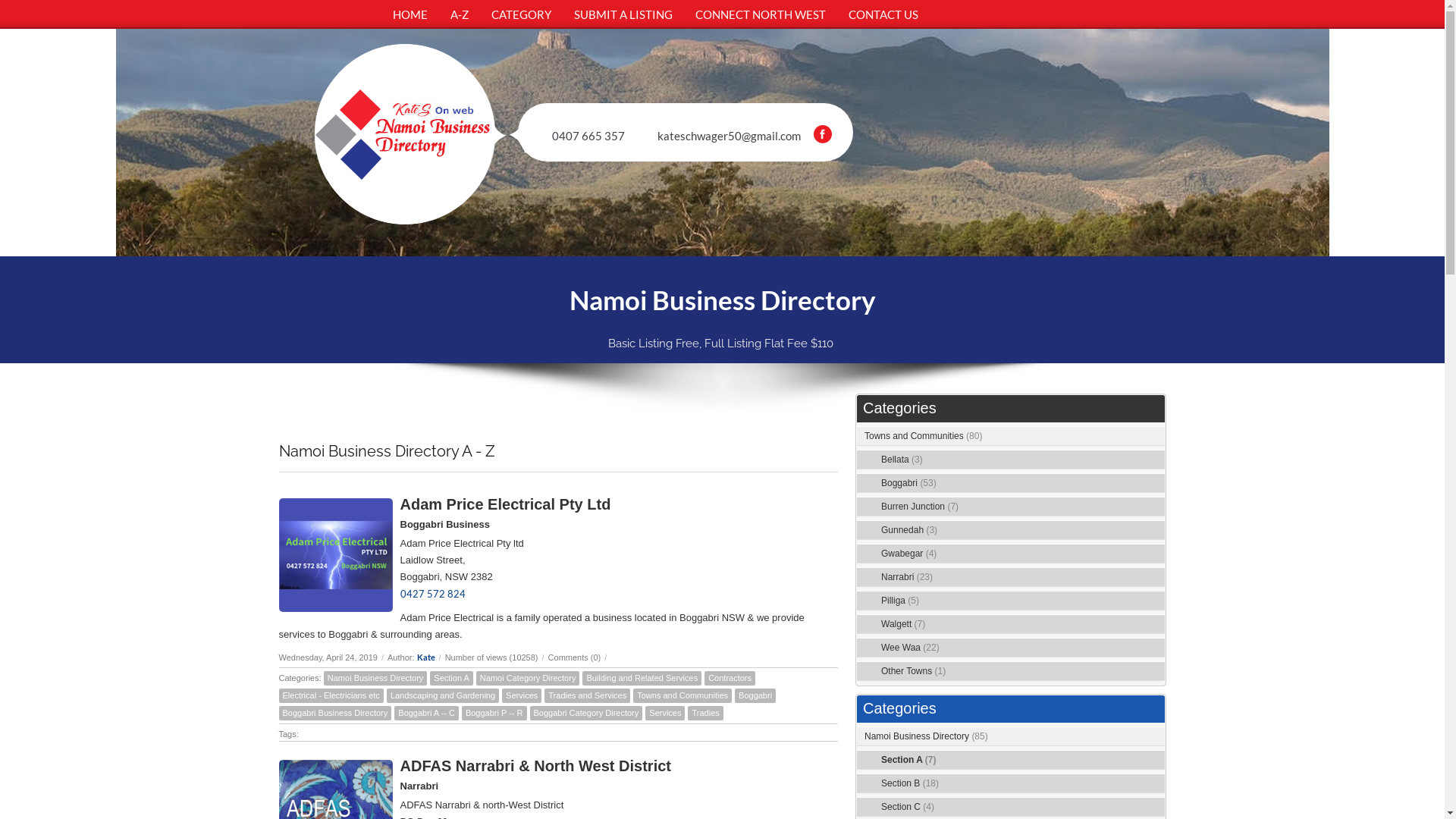  Describe the element at coordinates (588, 134) in the screenshot. I see `'0407 665 357'` at that location.